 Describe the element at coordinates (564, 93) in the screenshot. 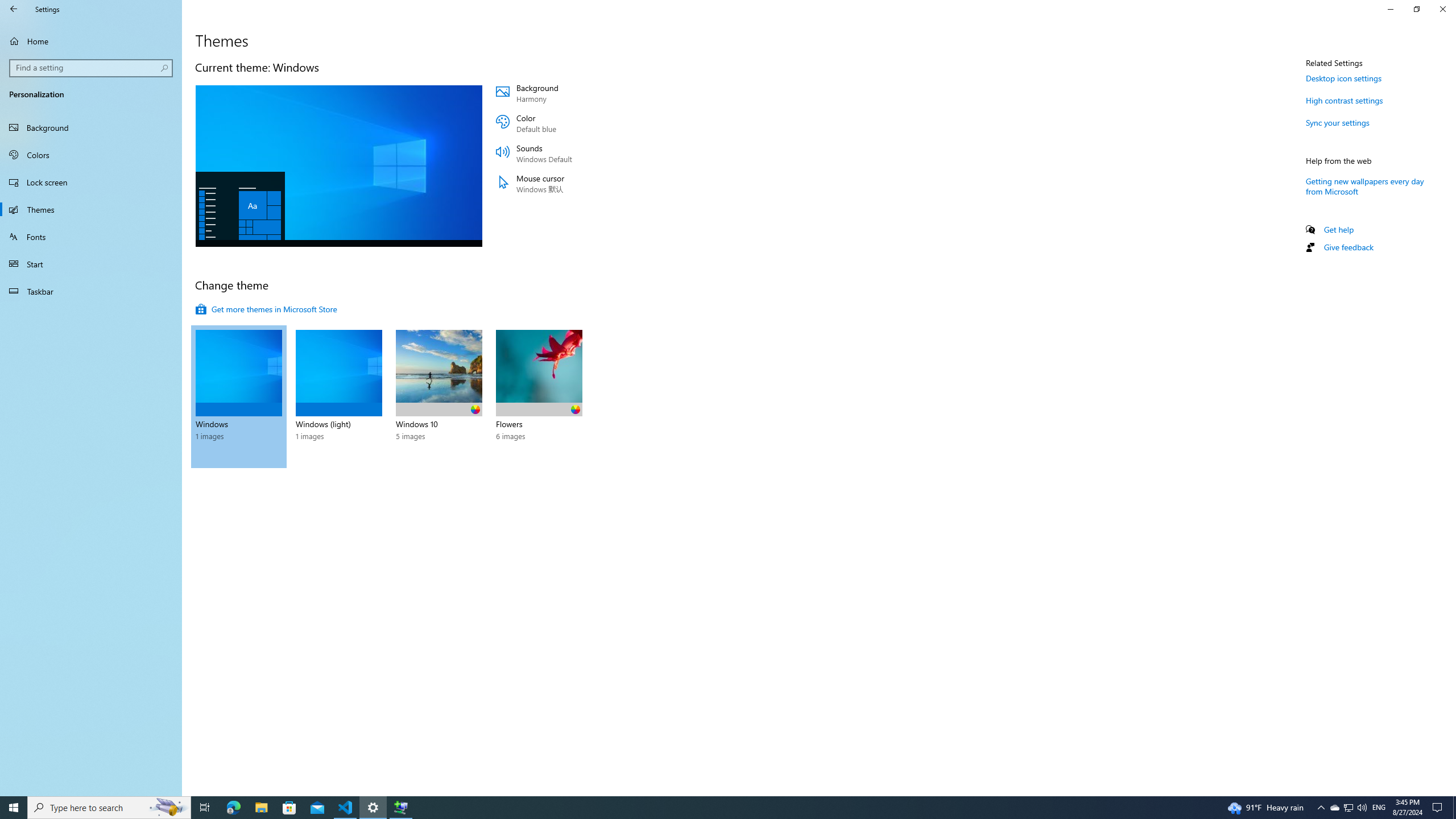

I see `'Background Harmony'` at that location.